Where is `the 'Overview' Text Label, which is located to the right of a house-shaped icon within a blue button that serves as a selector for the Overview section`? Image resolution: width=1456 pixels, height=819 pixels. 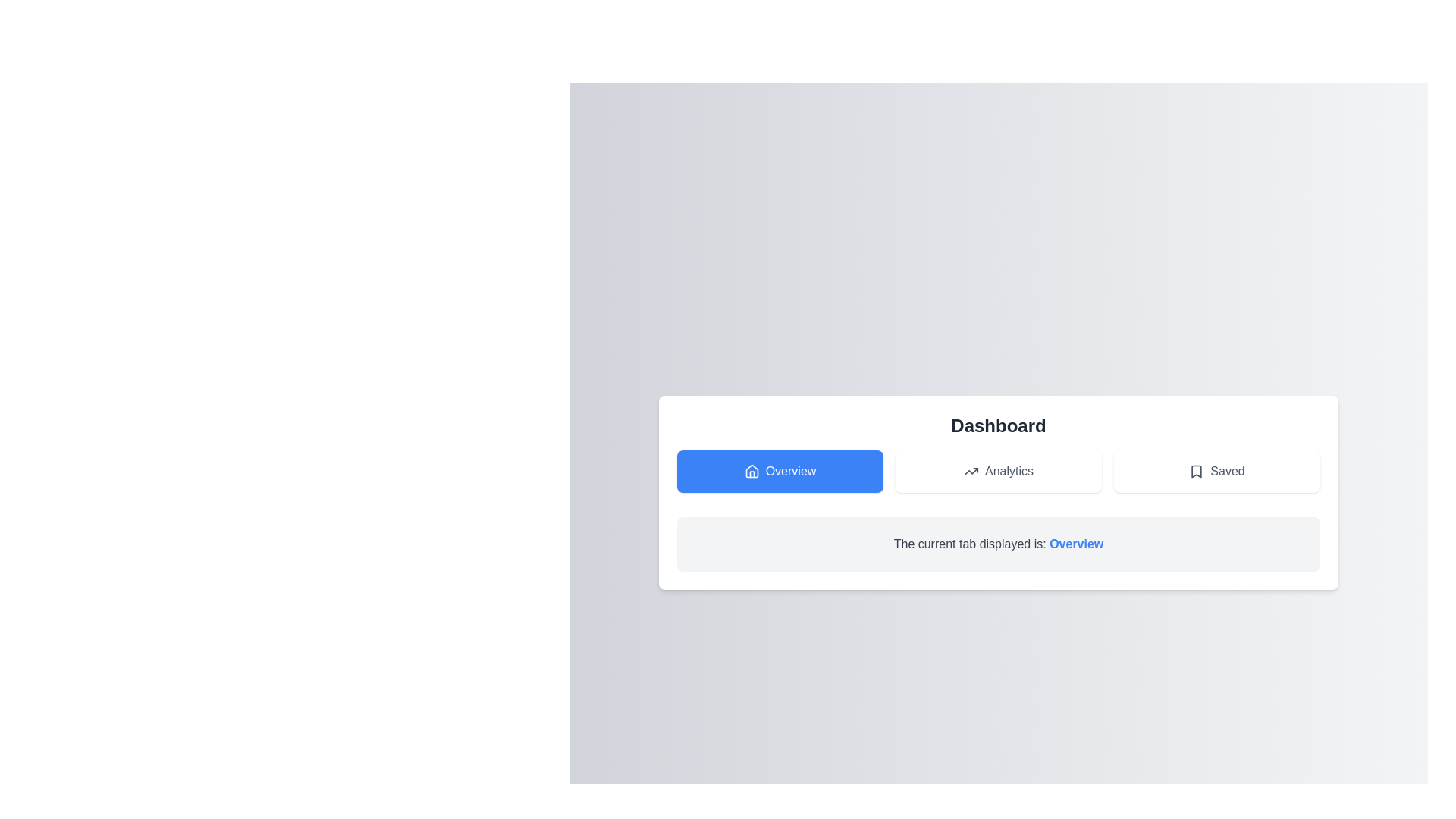 the 'Overview' Text Label, which is located to the right of a house-shaped icon within a blue button that serves as a selector for the Overview section is located at coordinates (789, 470).